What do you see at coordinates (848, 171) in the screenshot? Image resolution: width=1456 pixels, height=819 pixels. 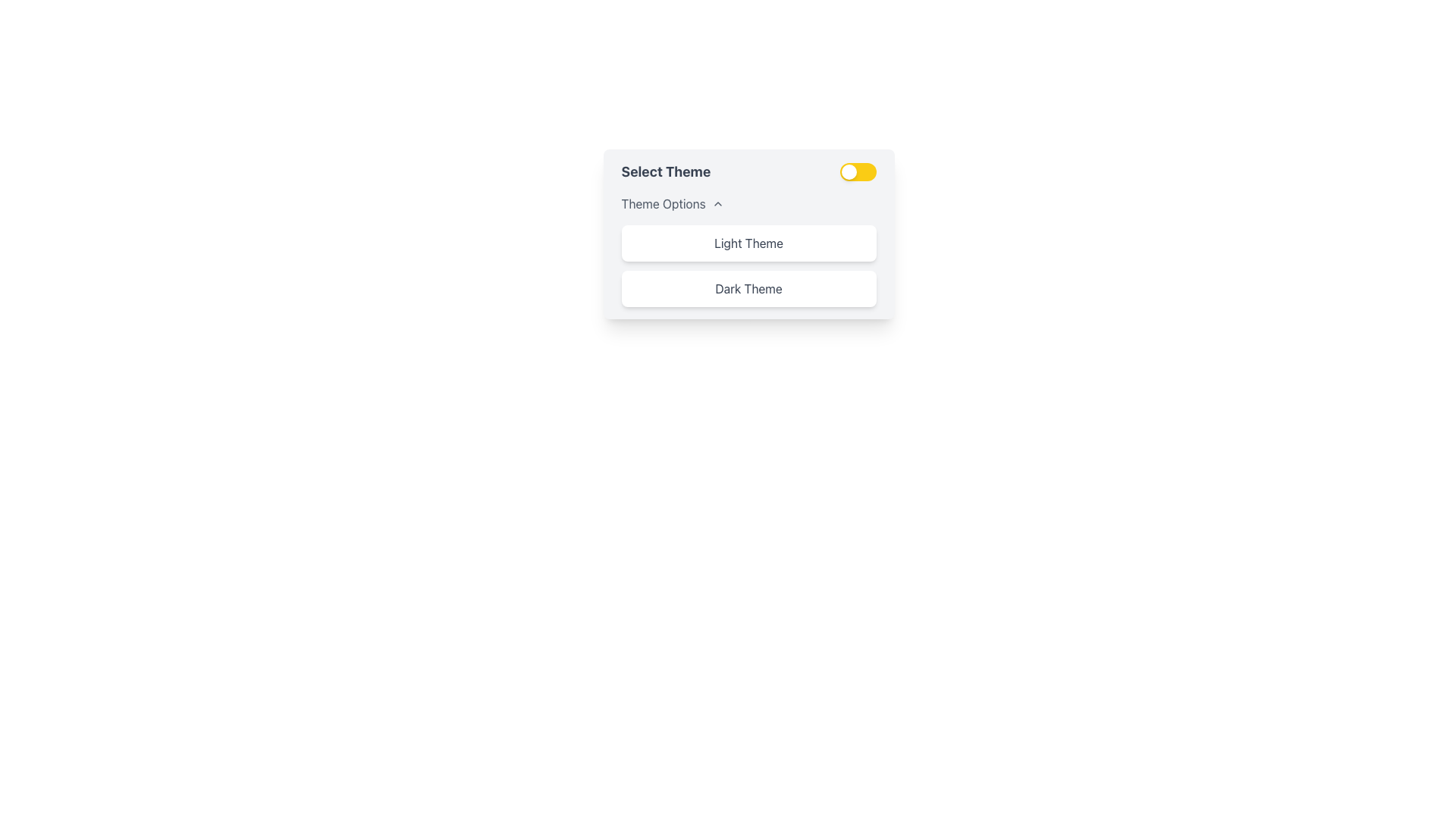 I see `the appearance of the sun icon representing the 'Light Theme', which is located to the left of the toggle switch in the 'Select Theme' component` at bounding box center [848, 171].